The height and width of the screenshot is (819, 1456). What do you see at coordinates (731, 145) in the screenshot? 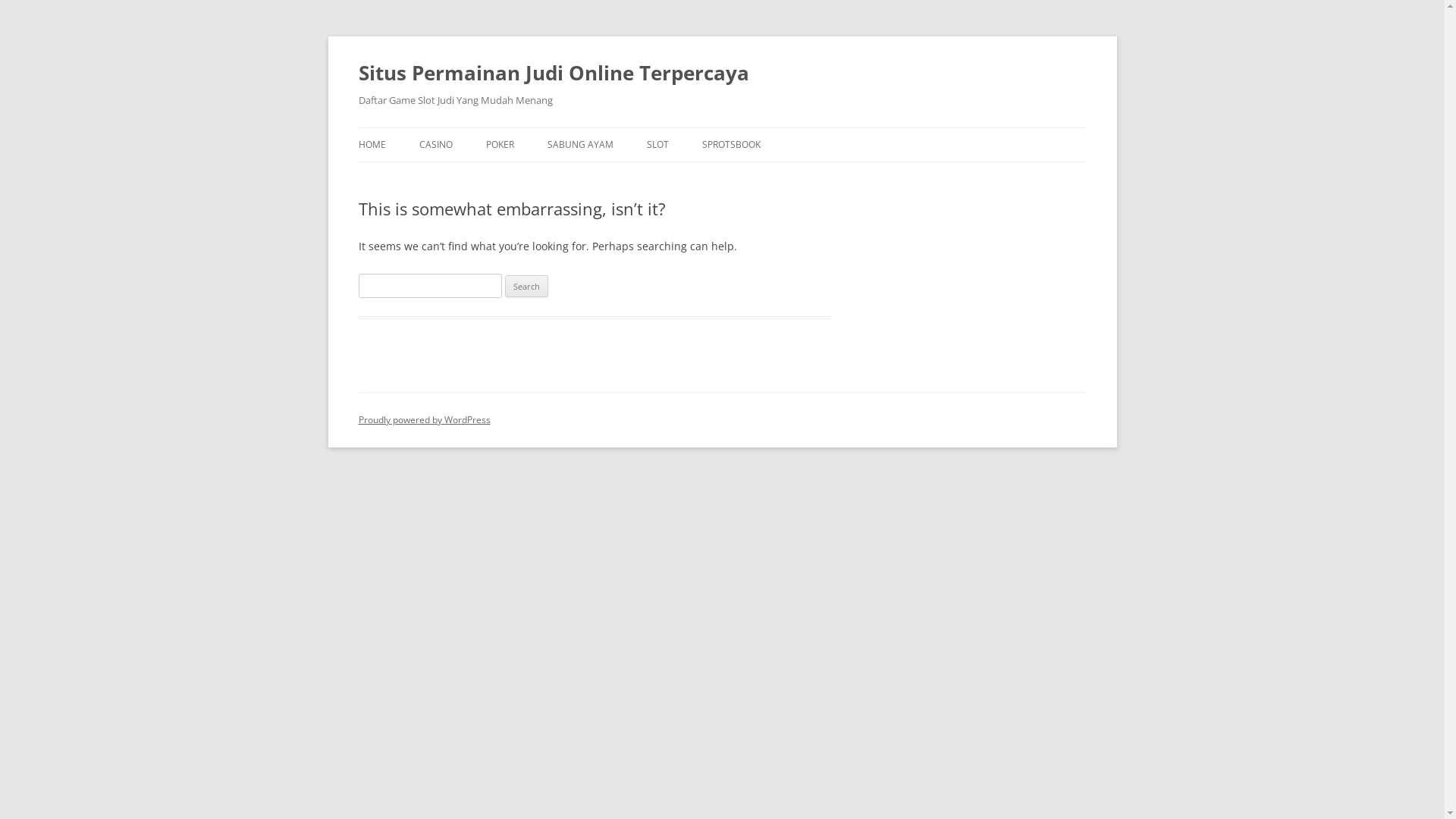
I see `'SPROTSBOOK'` at bounding box center [731, 145].